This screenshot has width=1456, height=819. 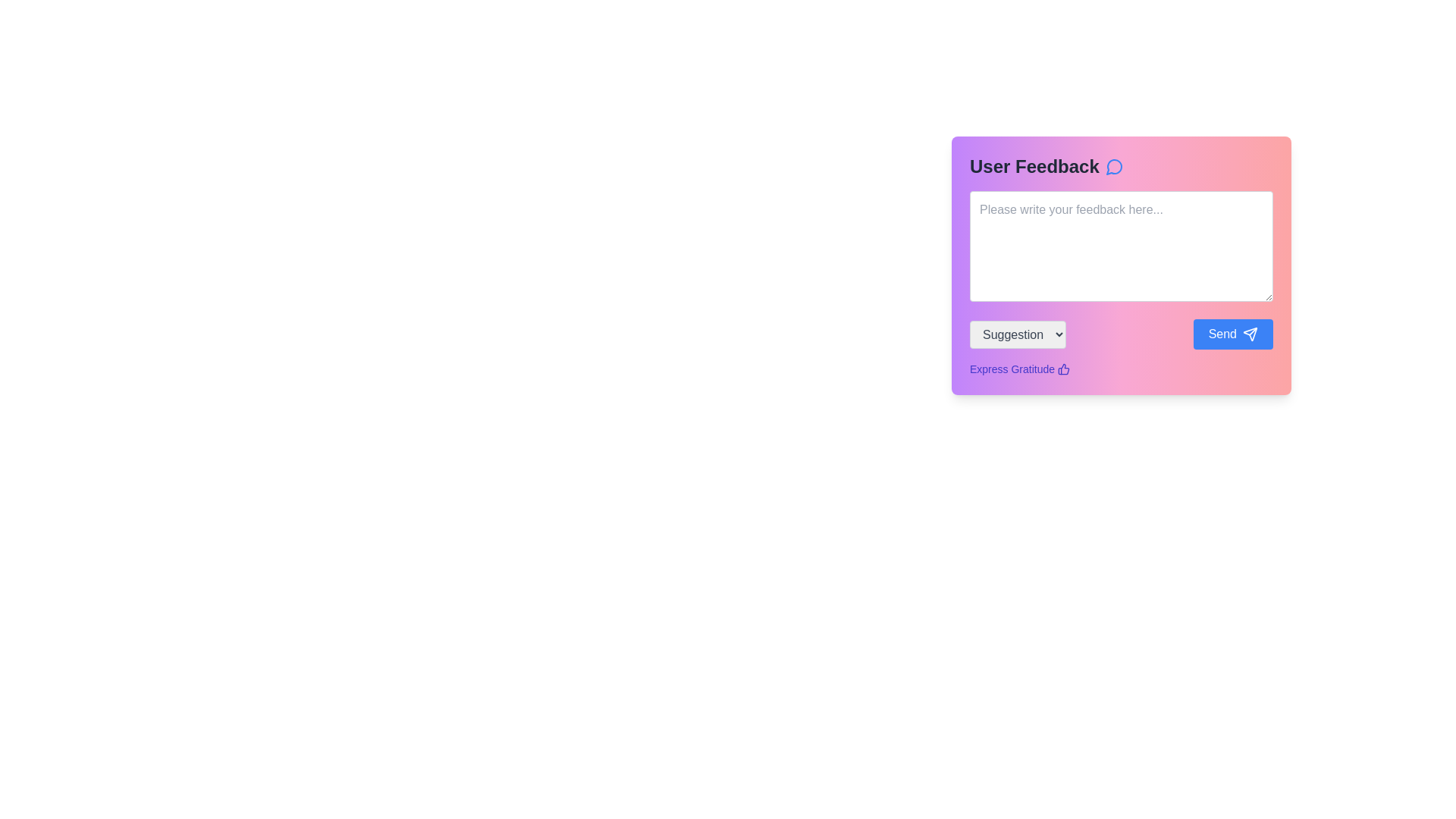 What do you see at coordinates (1019, 369) in the screenshot?
I see `the 'Express Gratitude' text link with a thumbs-up icon located at the bottom of the 'User Feedback' card` at bounding box center [1019, 369].